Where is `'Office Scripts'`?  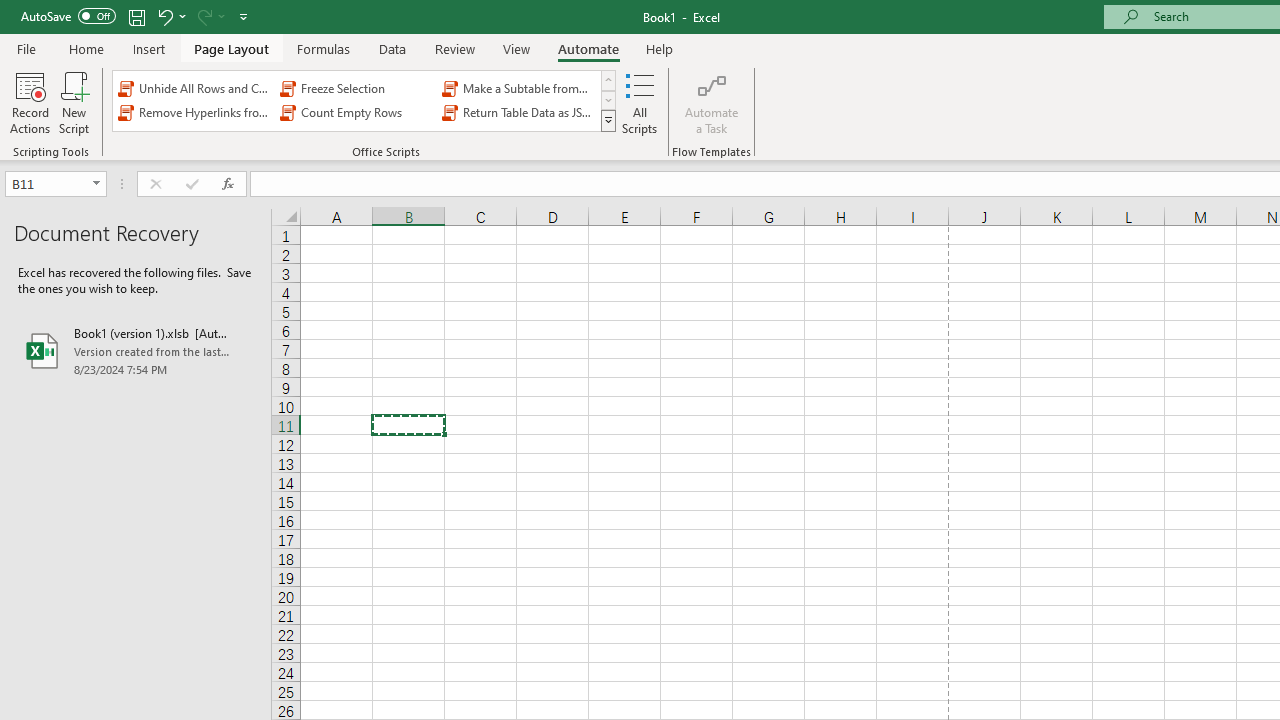
'Office Scripts' is located at coordinates (607, 120).